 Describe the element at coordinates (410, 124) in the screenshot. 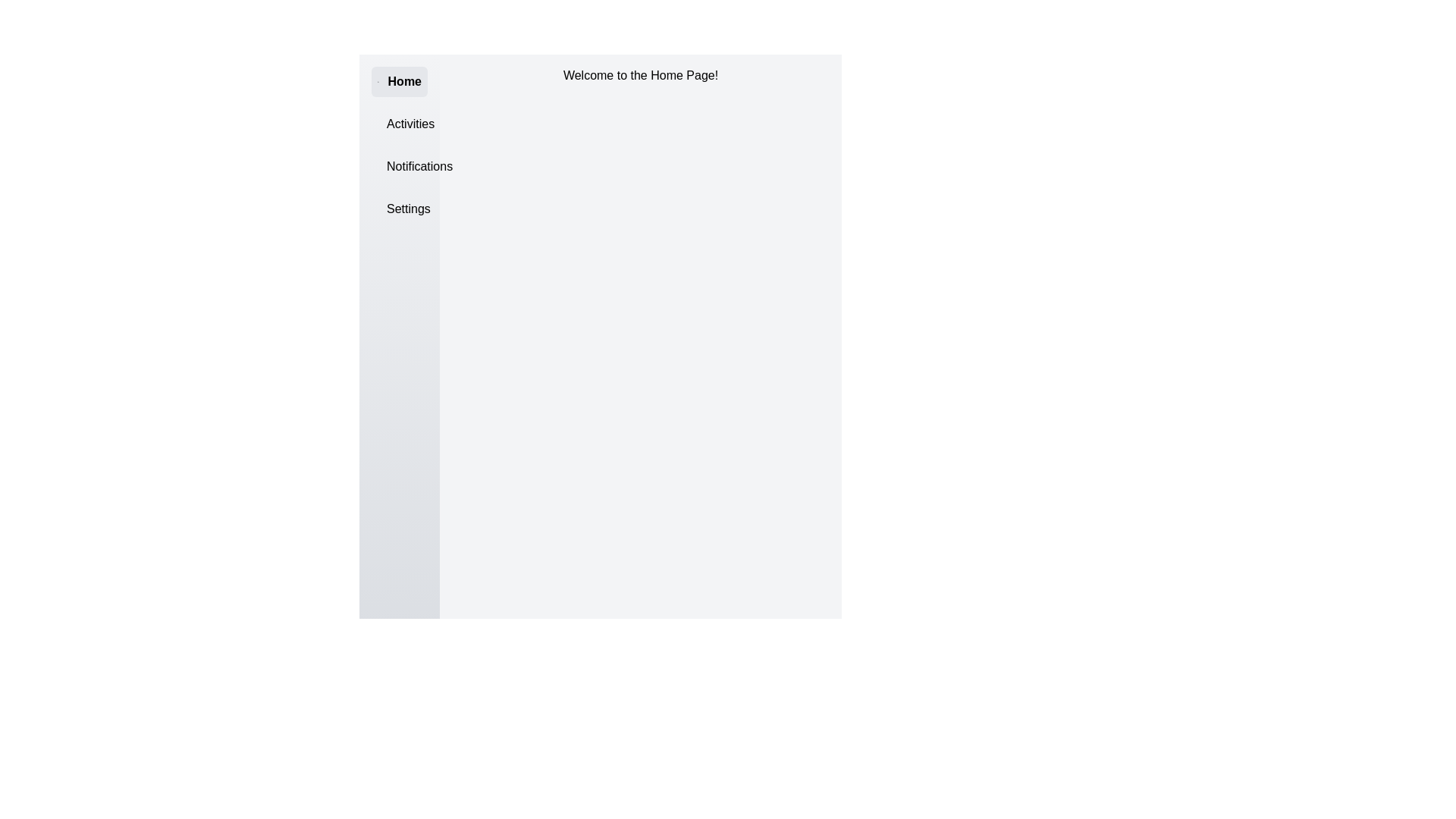

I see `the 'Activities' static text label located in the left-hand sidebar, which is the second item in a vertical list of menu options` at that location.